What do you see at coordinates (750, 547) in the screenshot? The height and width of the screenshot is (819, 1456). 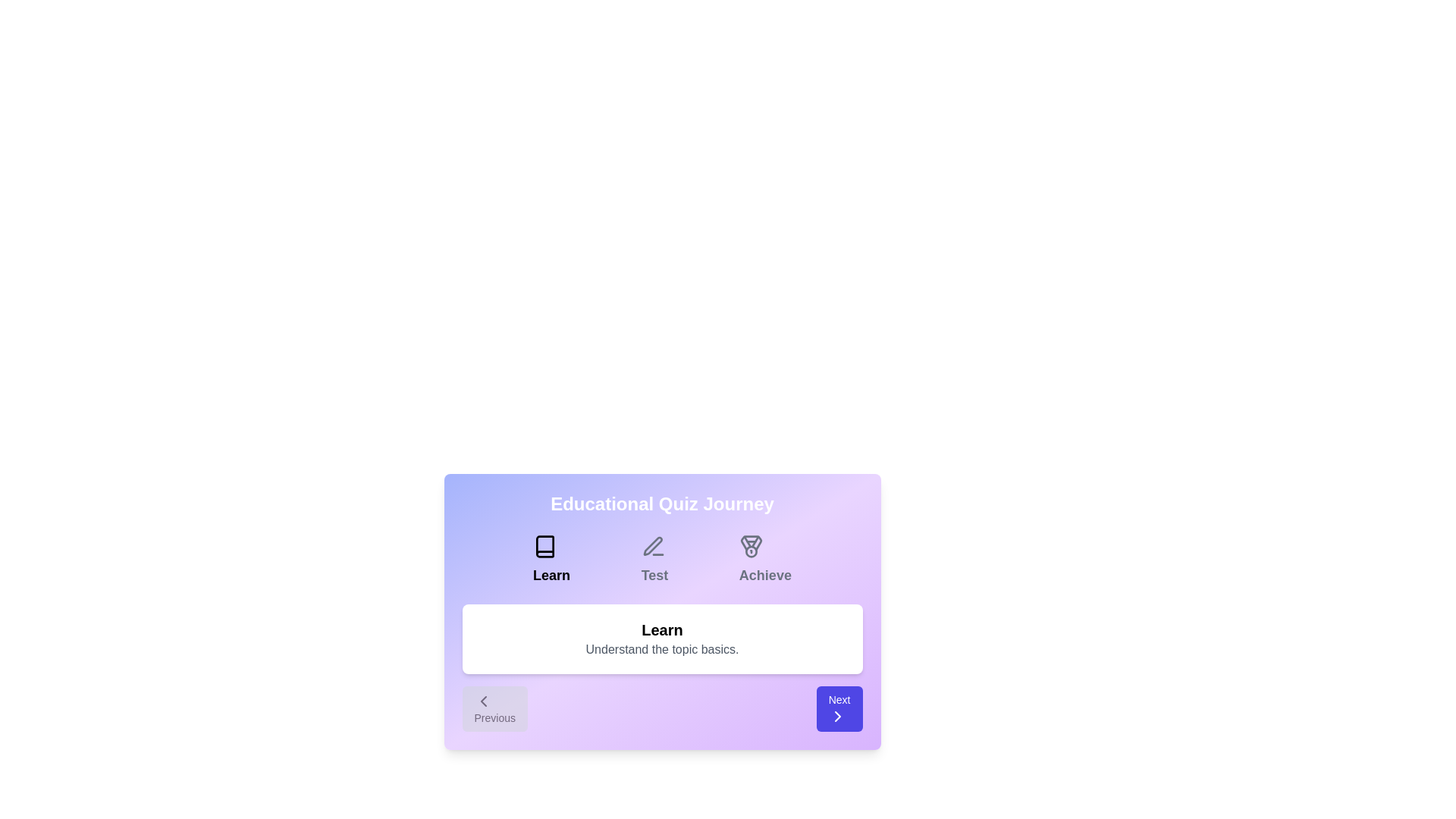 I see `the icon representing the stage Achieve to inspect its details` at bounding box center [750, 547].